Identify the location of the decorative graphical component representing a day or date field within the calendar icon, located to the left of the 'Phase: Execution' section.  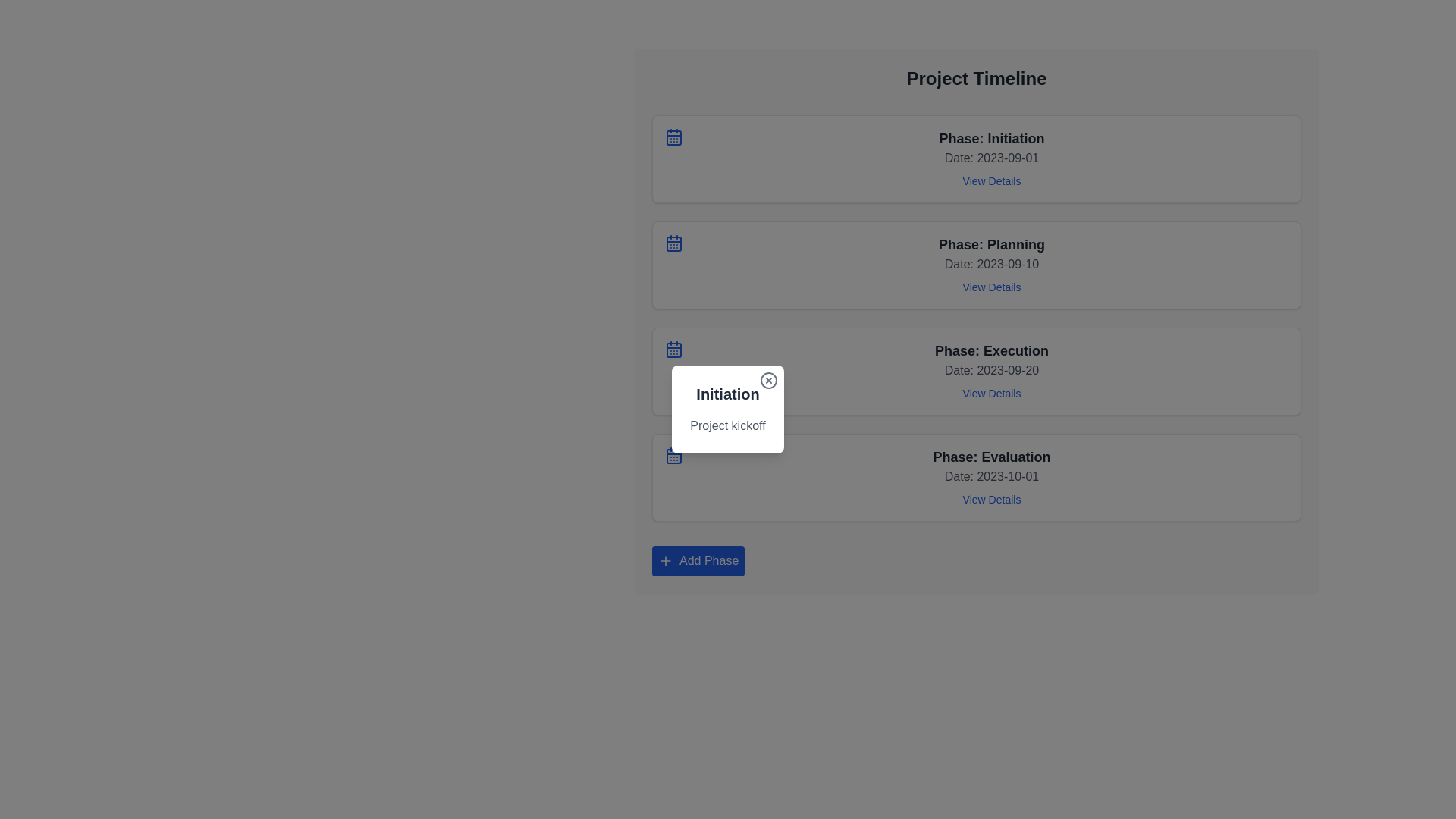
(673, 350).